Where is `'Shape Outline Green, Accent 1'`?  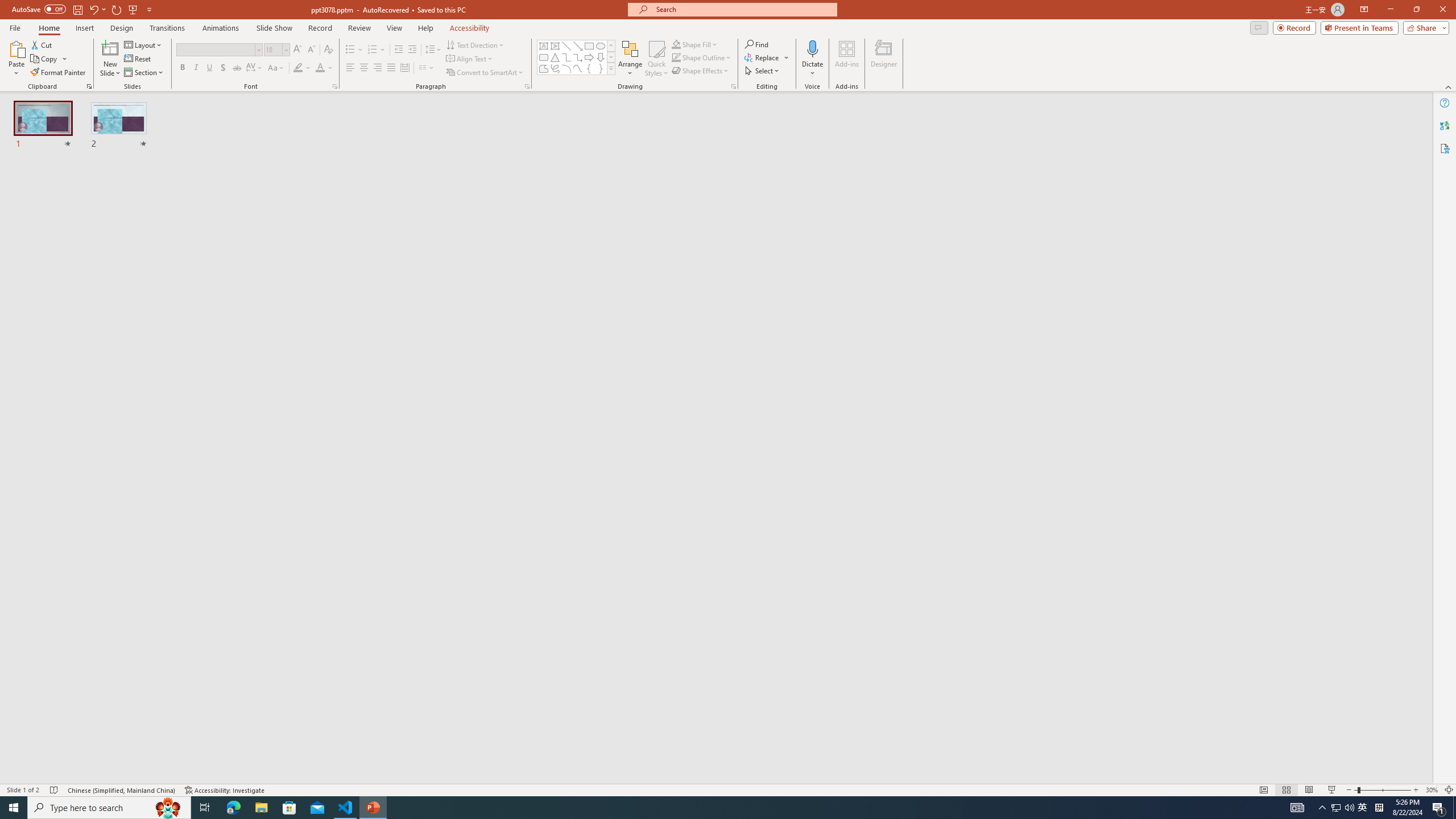 'Shape Outline Green, Accent 1' is located at coordinates (676, 56).